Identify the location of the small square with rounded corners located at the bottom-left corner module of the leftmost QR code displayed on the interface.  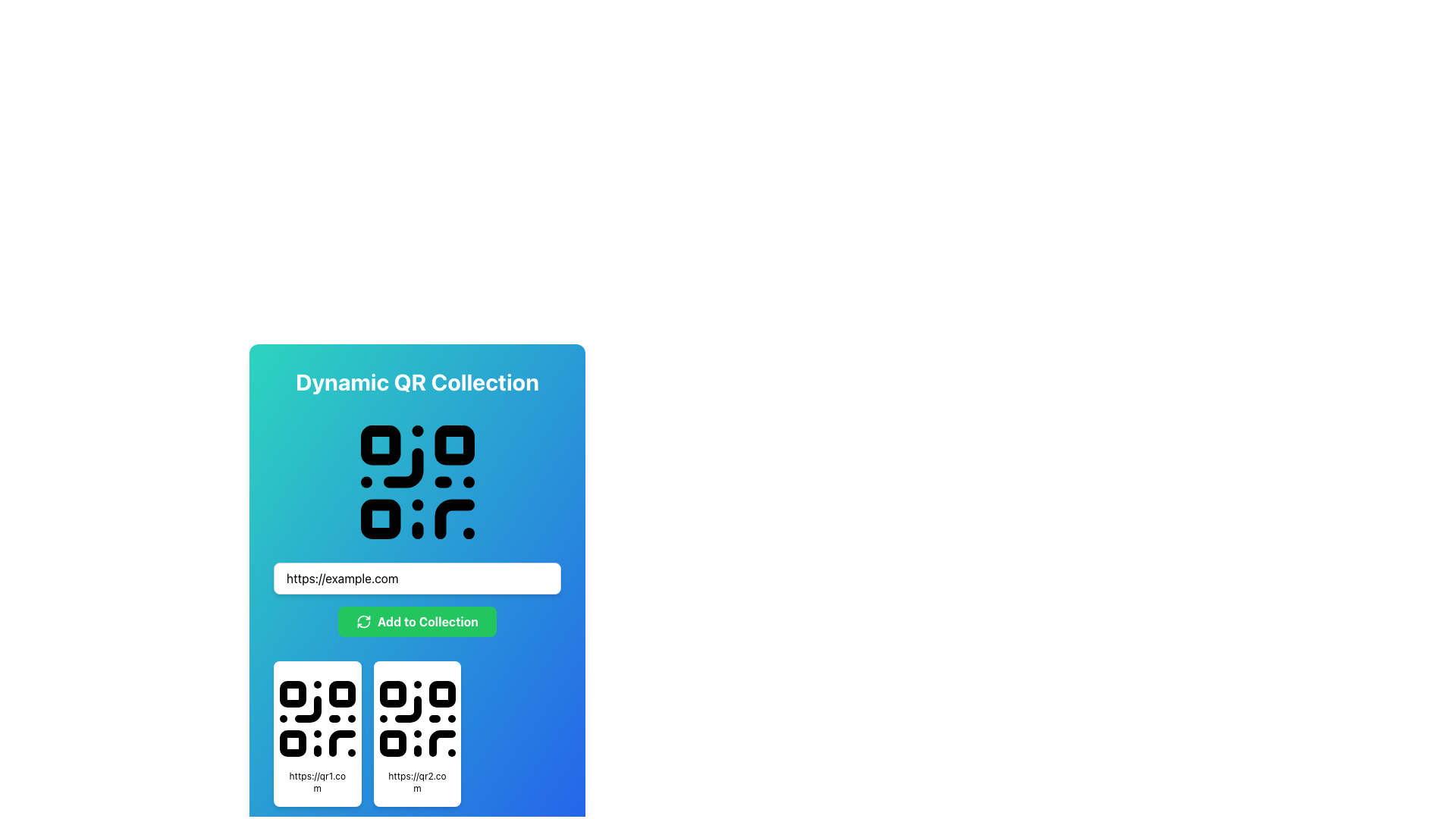
(293, 742).